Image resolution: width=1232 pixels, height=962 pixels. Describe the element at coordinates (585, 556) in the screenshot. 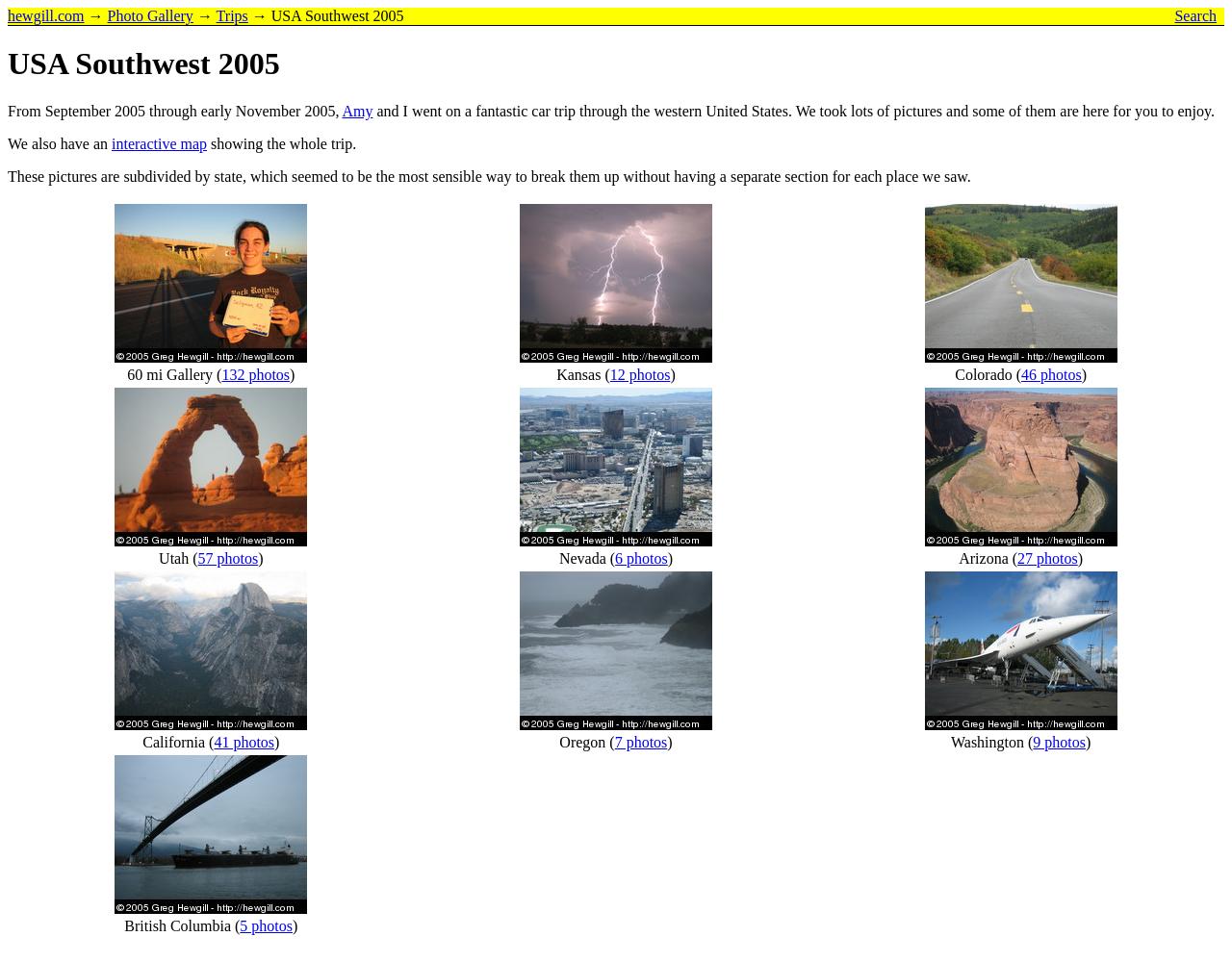

I see `'Nevada
    ('` at that location.